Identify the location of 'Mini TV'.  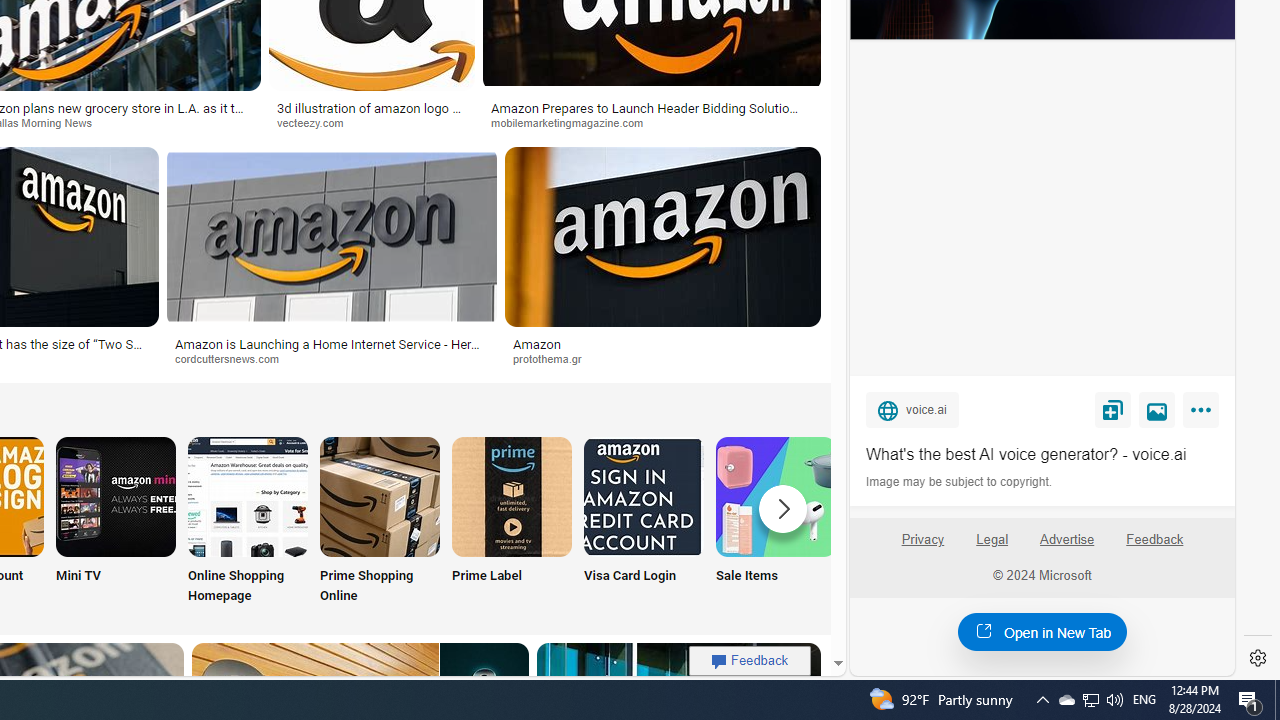
(115, 521).